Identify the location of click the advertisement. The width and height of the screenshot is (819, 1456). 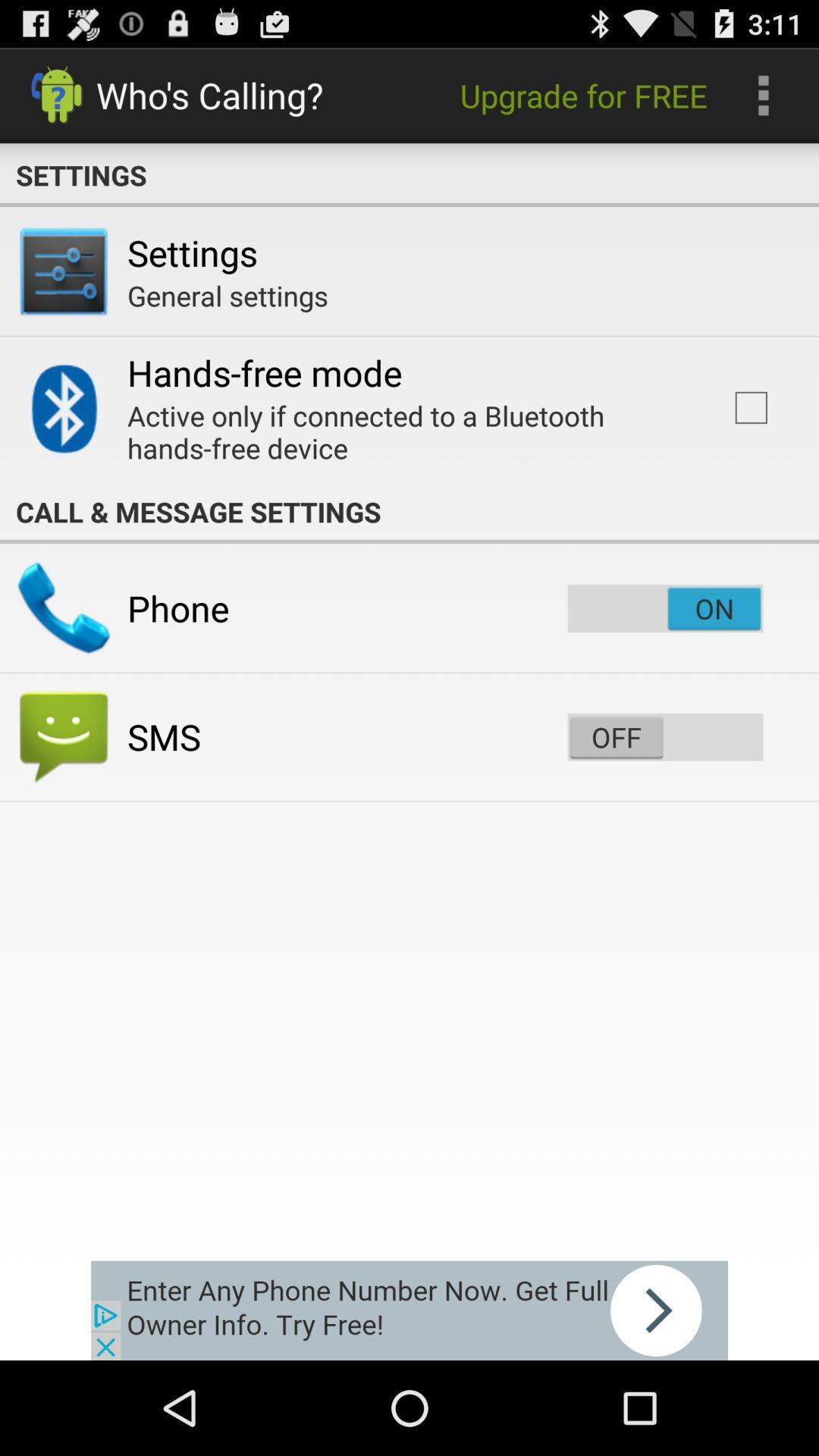
(409, 1310).